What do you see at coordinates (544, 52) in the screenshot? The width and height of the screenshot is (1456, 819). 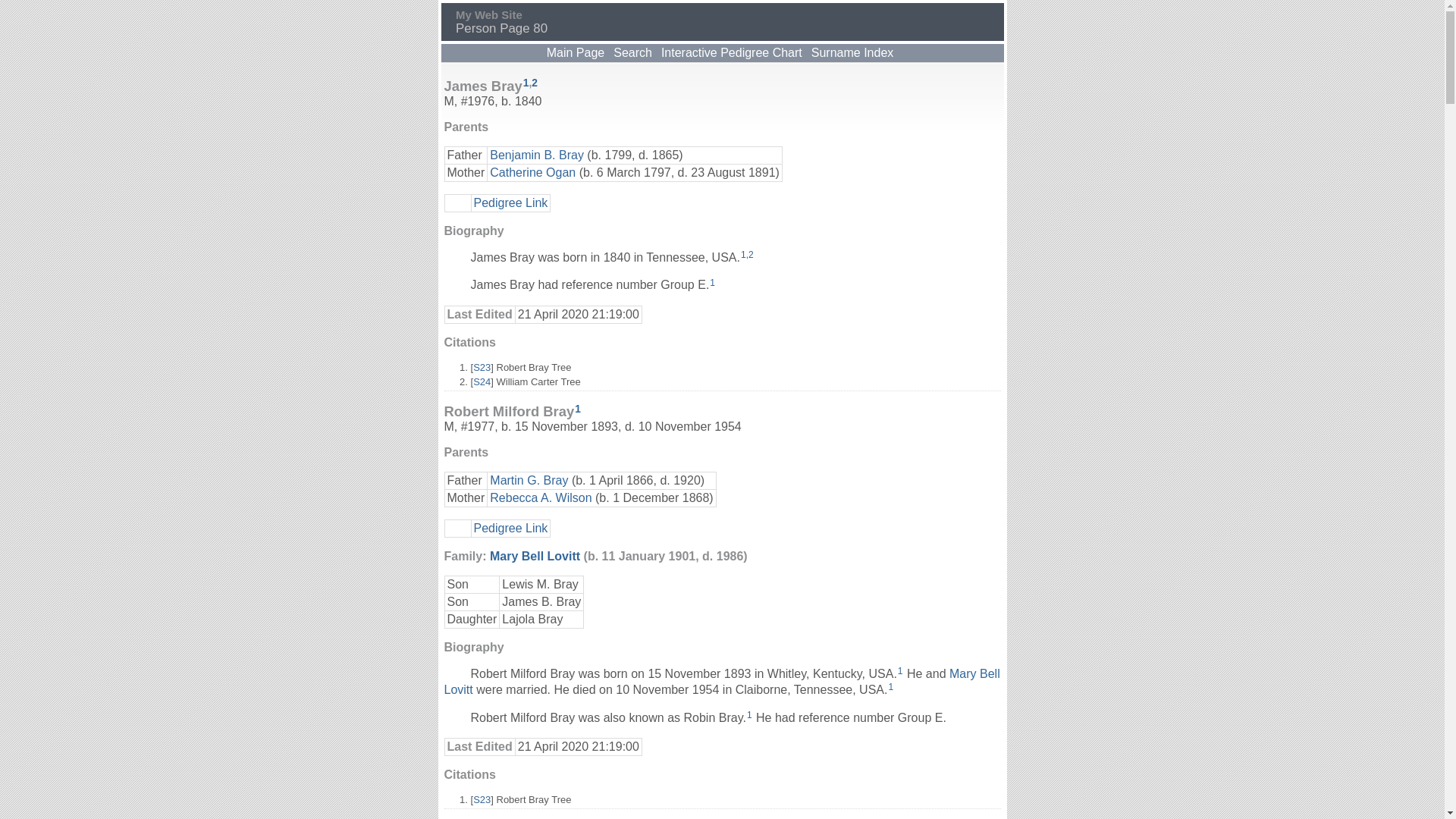 I see `'Main Page'` at bounding box center [544, 52].